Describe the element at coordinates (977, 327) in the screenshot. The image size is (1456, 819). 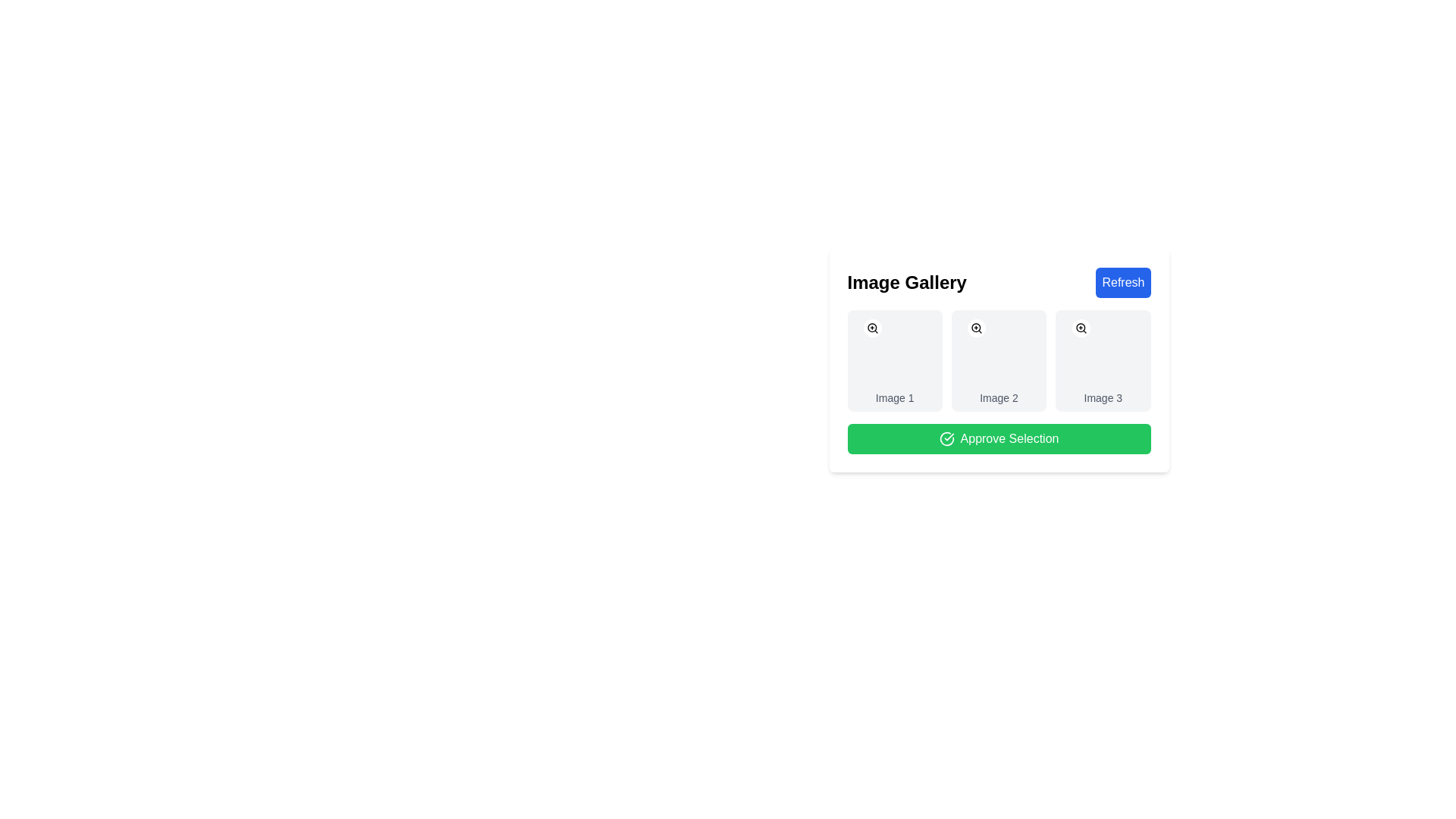
I see `the rounded button with a magnifying glass icon located at the top-left of the second image in the image gallery` at that location.